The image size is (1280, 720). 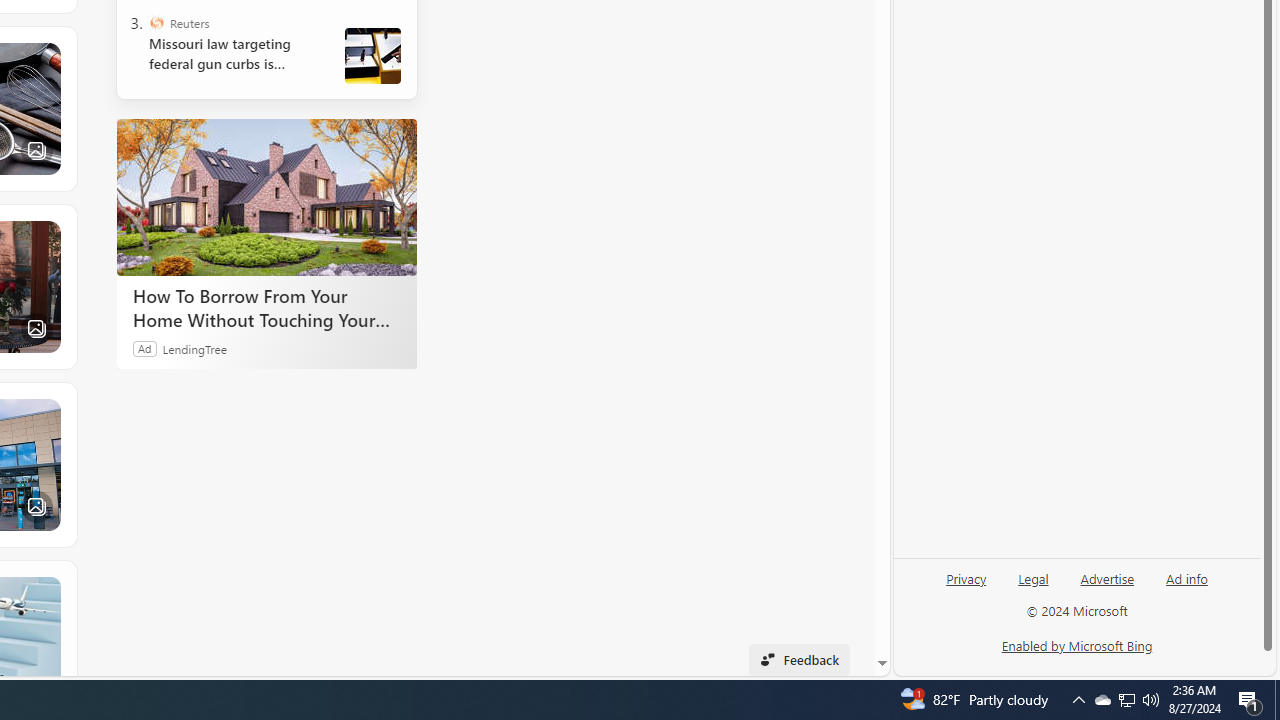 What do you see at coordinates (195, 347) in the screenshot?
I see `'LendingTree'` at bounding box center [195, 347].